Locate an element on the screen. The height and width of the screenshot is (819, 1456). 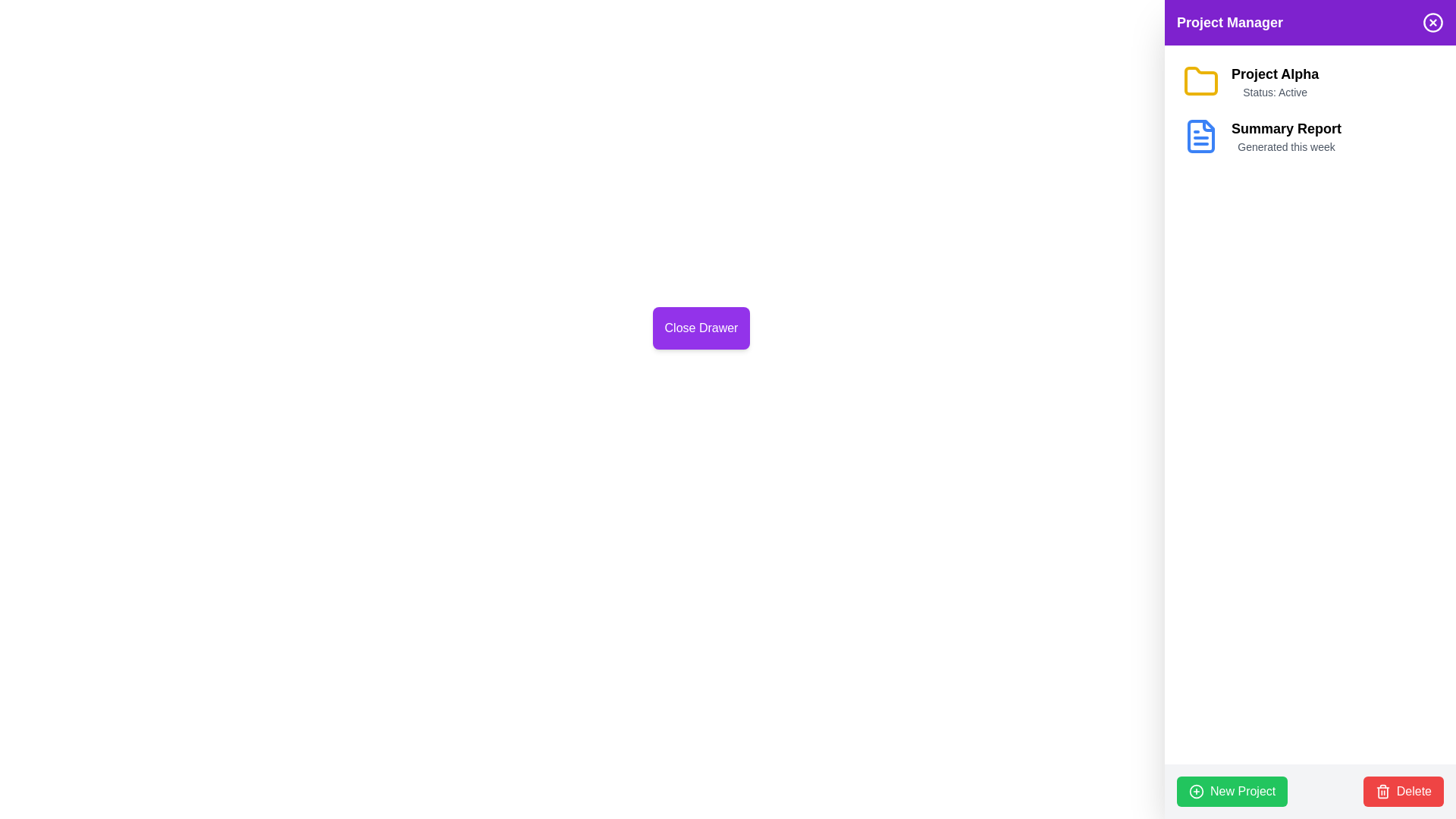
the 'New Project' button, a green button with rounded edges and a white text label is located at coordinates (1232, 791).